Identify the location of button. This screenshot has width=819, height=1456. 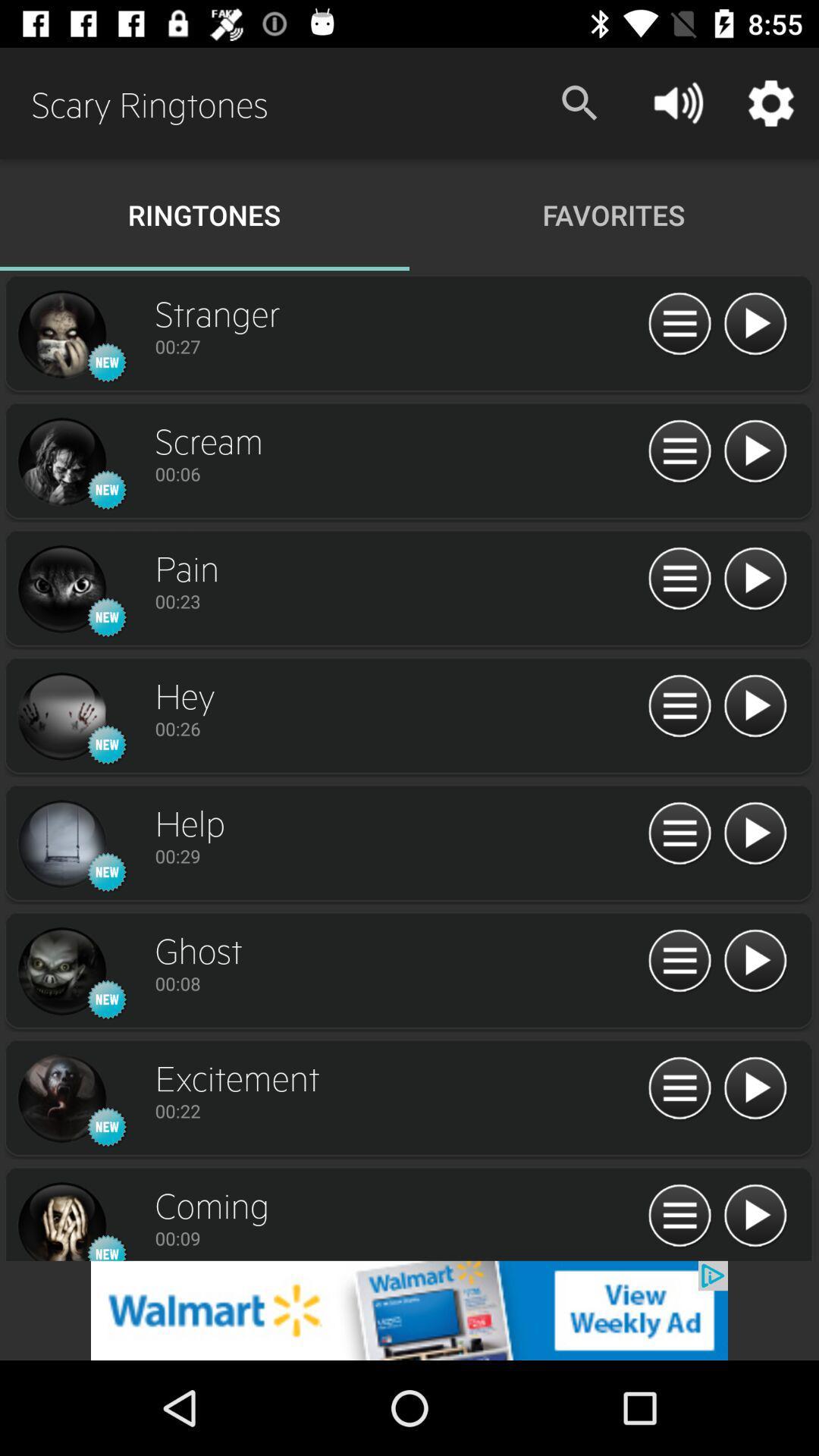
(755, 961).